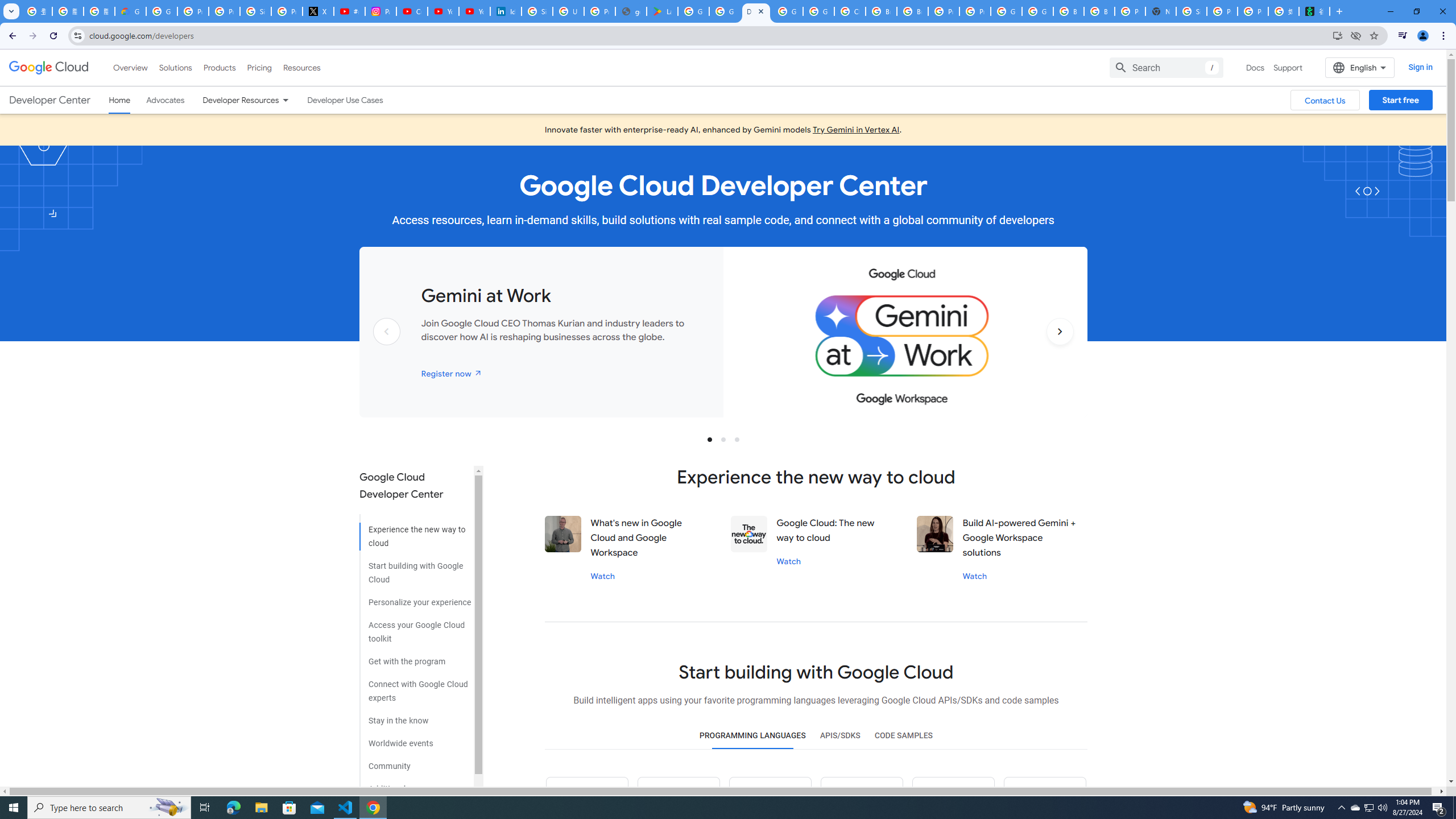 The height and width of the screenshot is (819, 1456). Describe the element at coordinates (49, 100) in the screenshot. I see `'Developer Center'` at that location.